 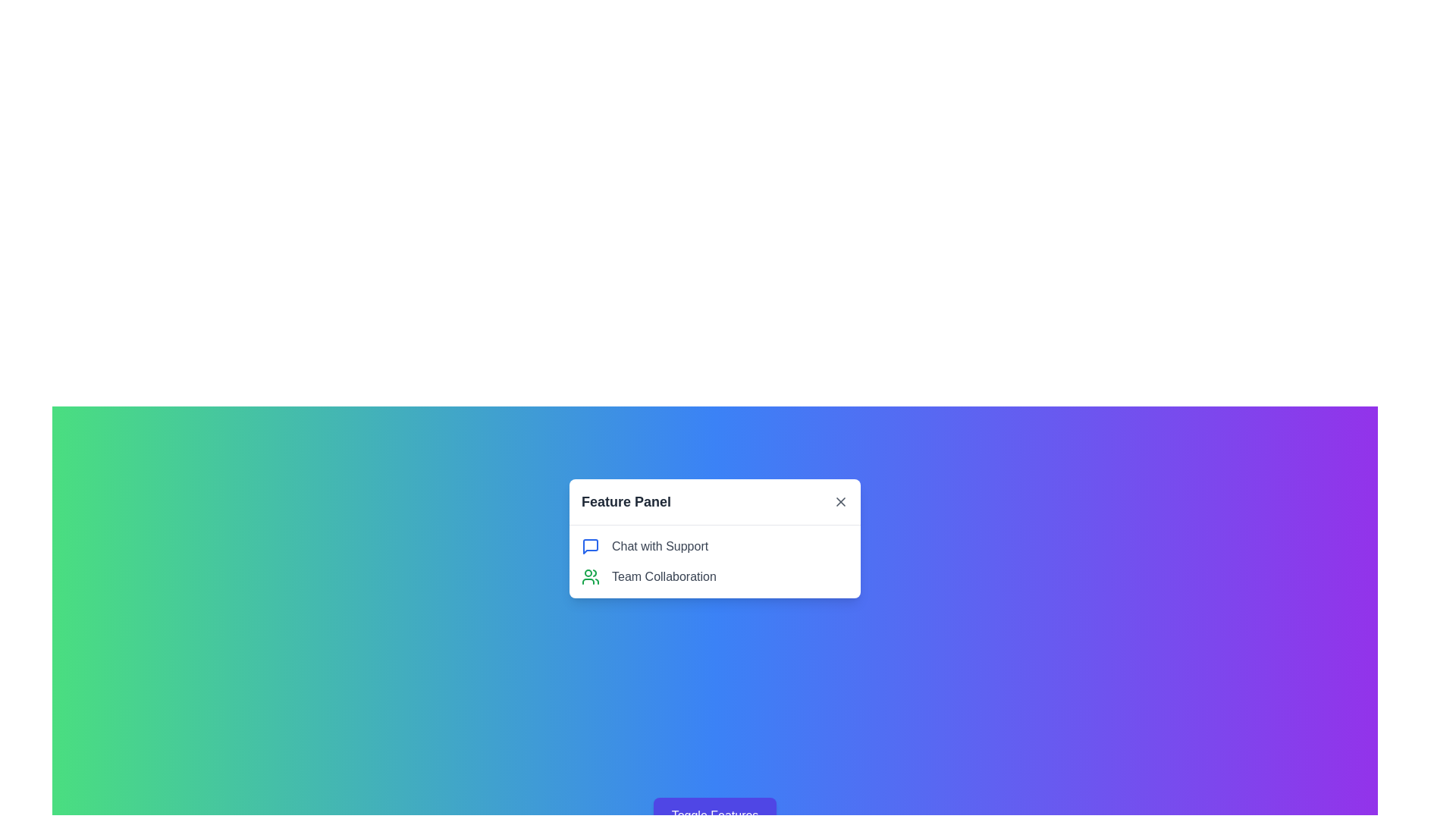 What do you see at coordinates (589, 576) in the screenshot?
I see `the green user group vector icon located to the left of the 'Team Collaboration' label in the lower center area of the interface` at bounding box center [589, 576].